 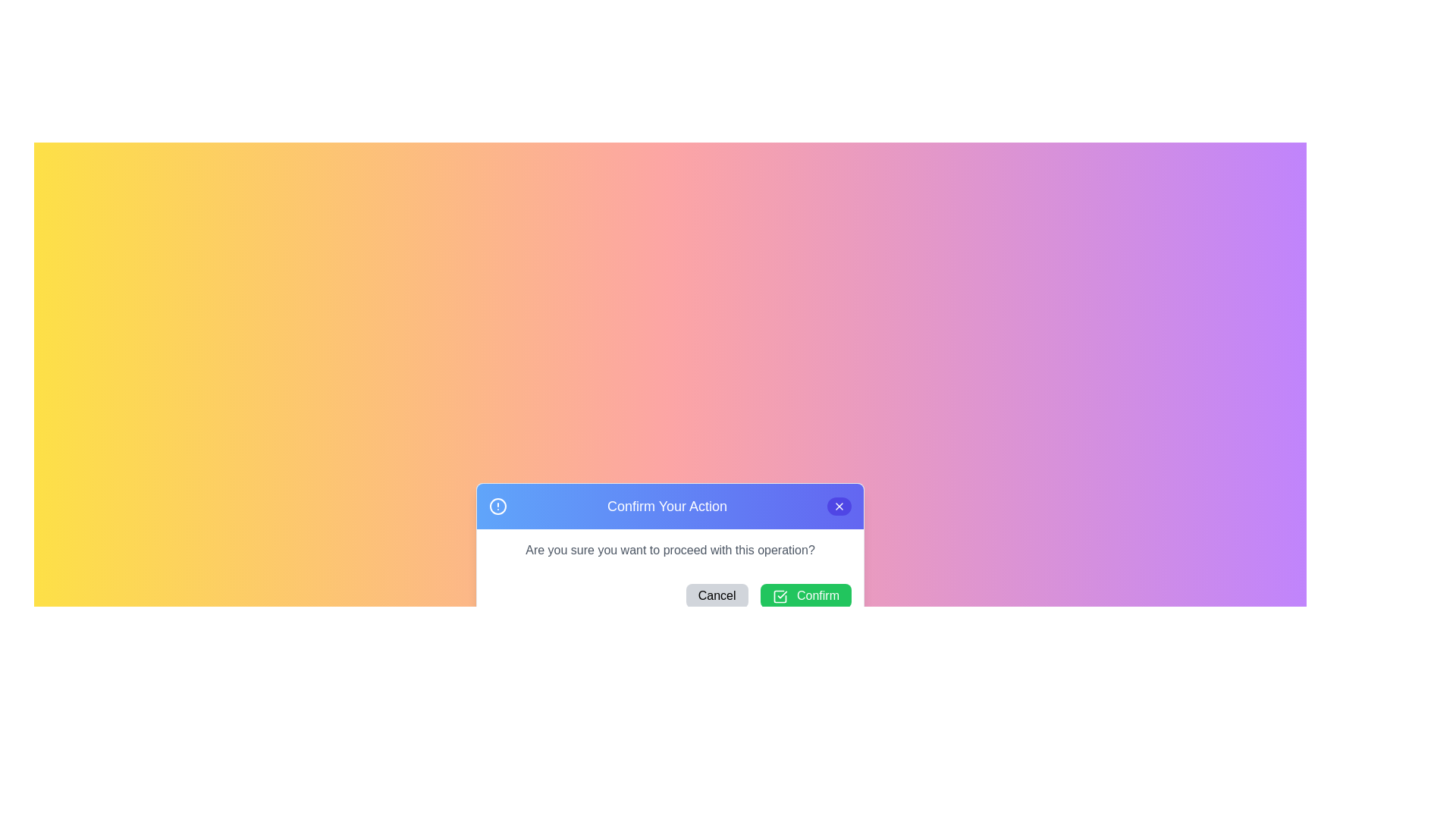 I want to click on the green 'Confirm' button with white text and a checkmark icon located towards the bottom-right of the modal dialog, so click(x=805, y=595).